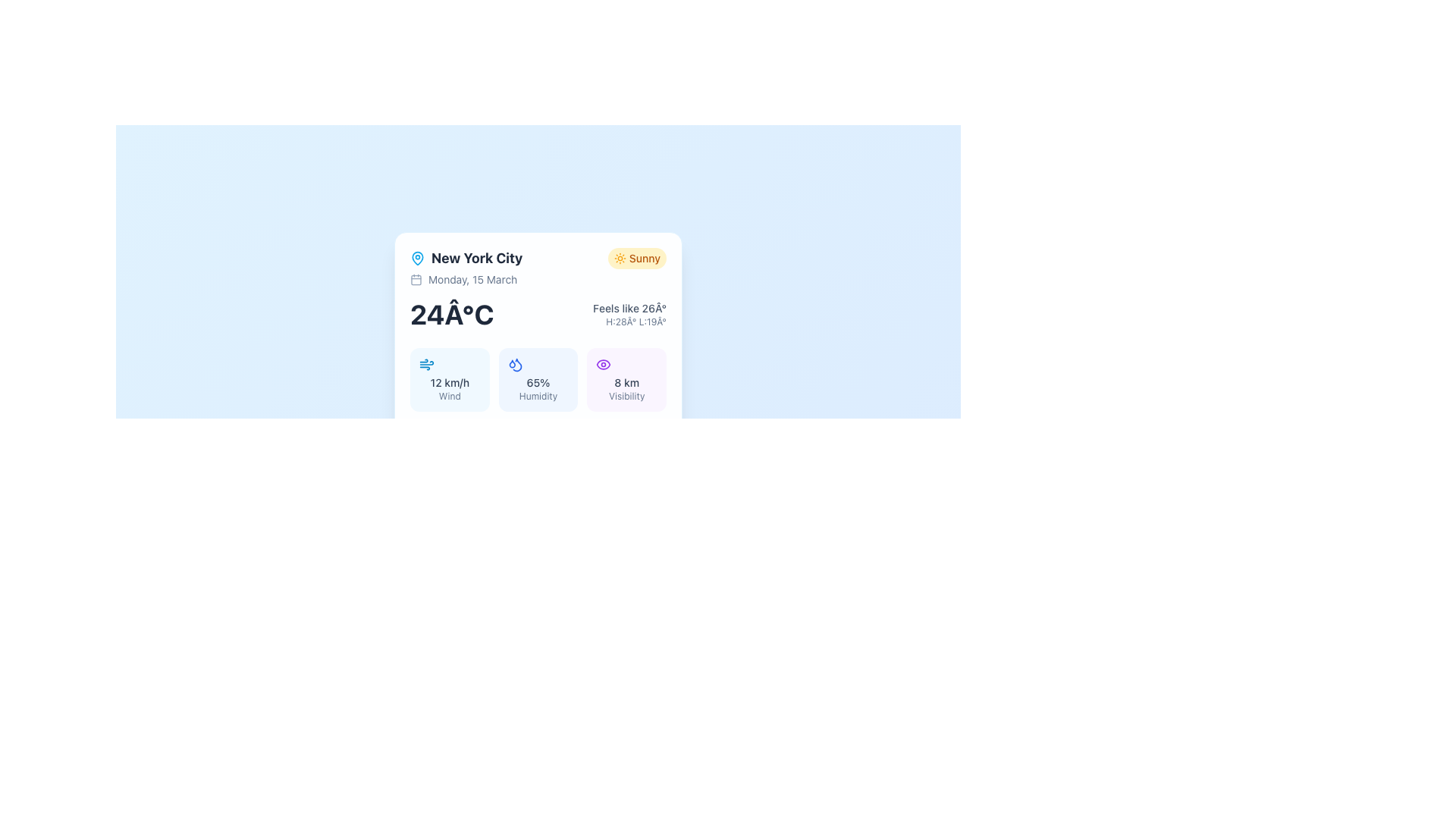 The height and width of the screenshot is (819, 1456). Describe the element at coordinates (626, 396) in the screenshot. I see `text content of the Text label positioned below the '8 km' value in the lower-right section of the weather information interface` at that location.